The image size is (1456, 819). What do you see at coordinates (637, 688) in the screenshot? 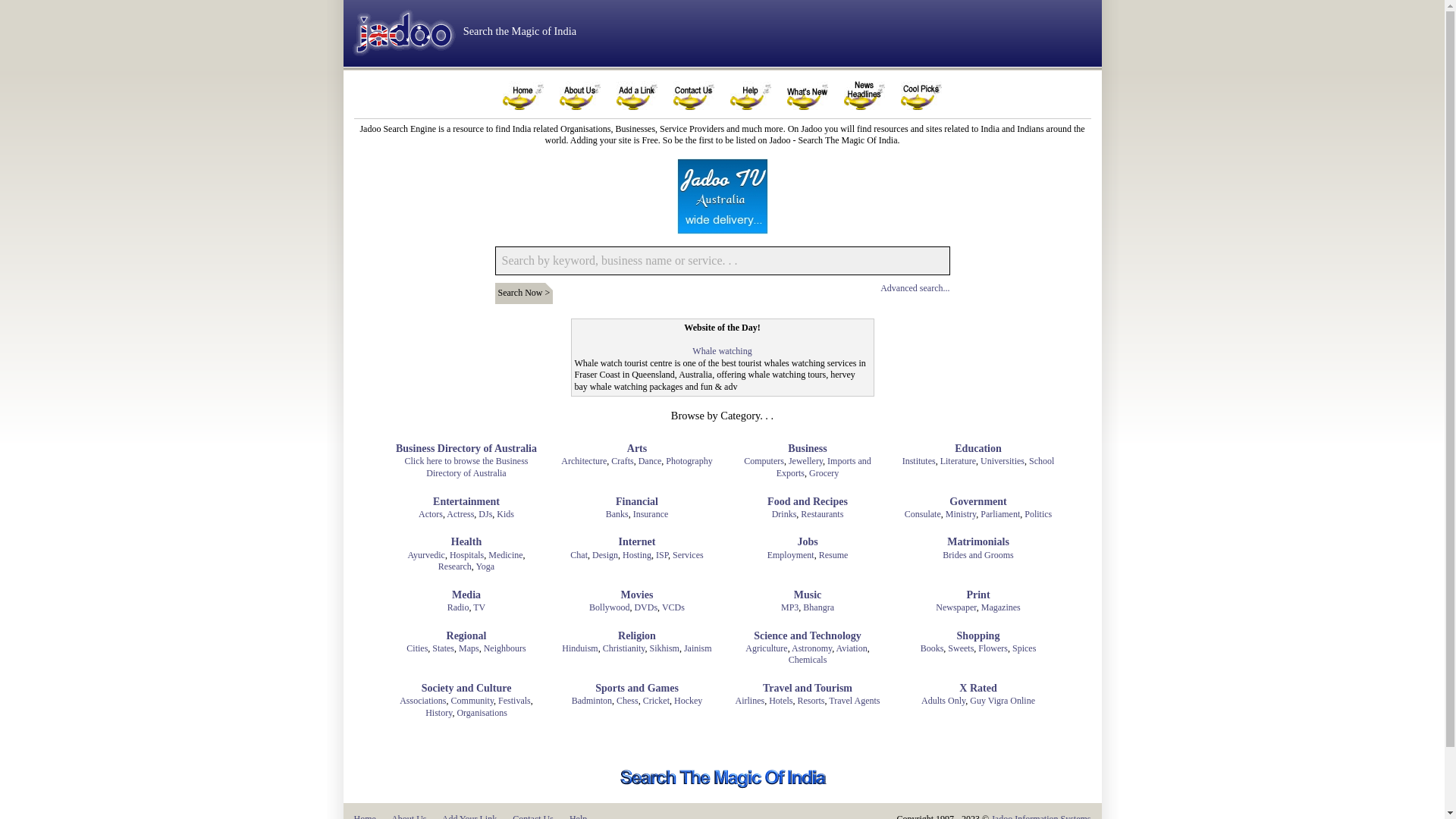
I see `'Sports and Games'` at bounding box center [637, 688].